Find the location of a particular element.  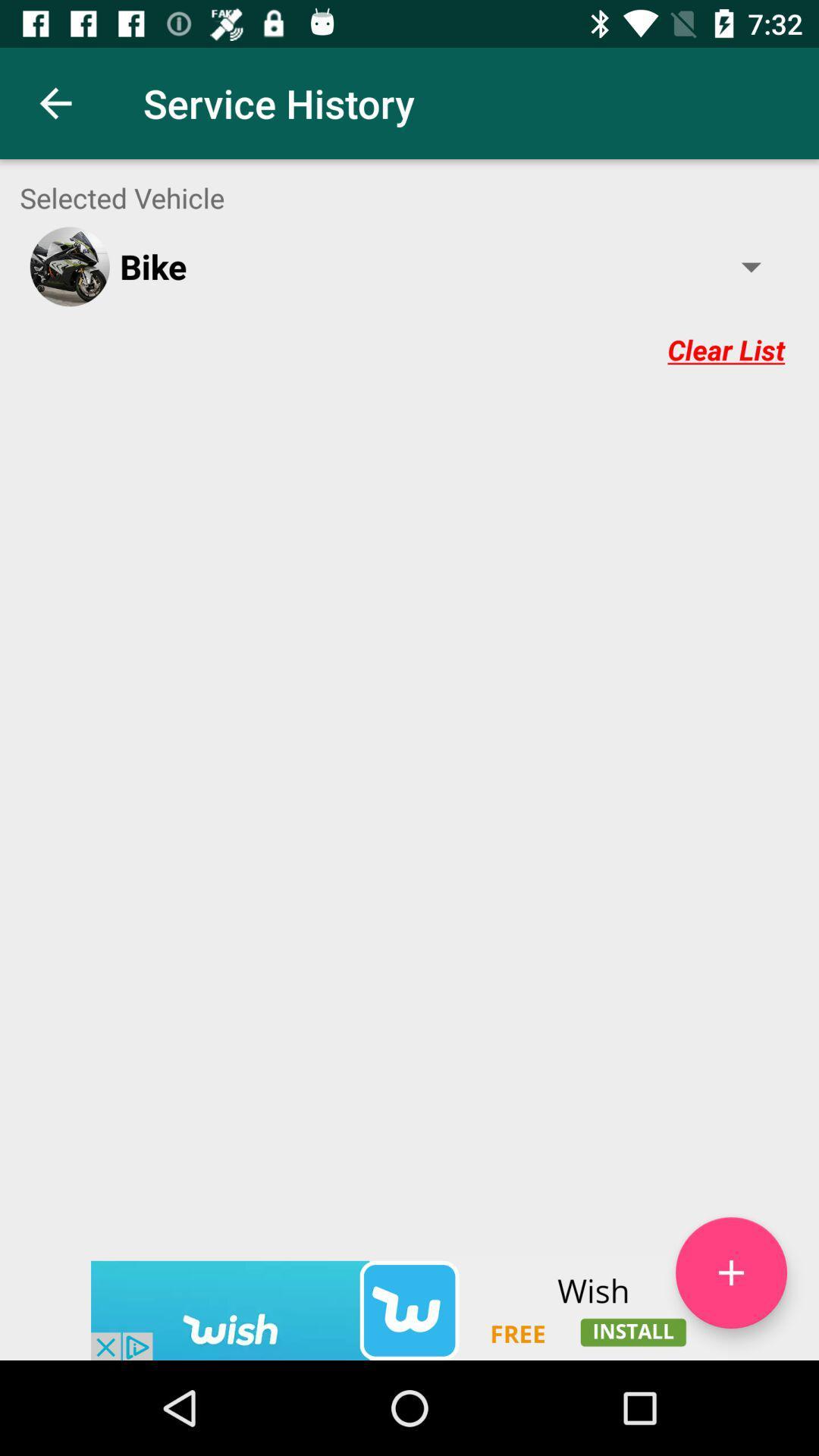

wish app advertisement is located at coordinates (409, 1310).